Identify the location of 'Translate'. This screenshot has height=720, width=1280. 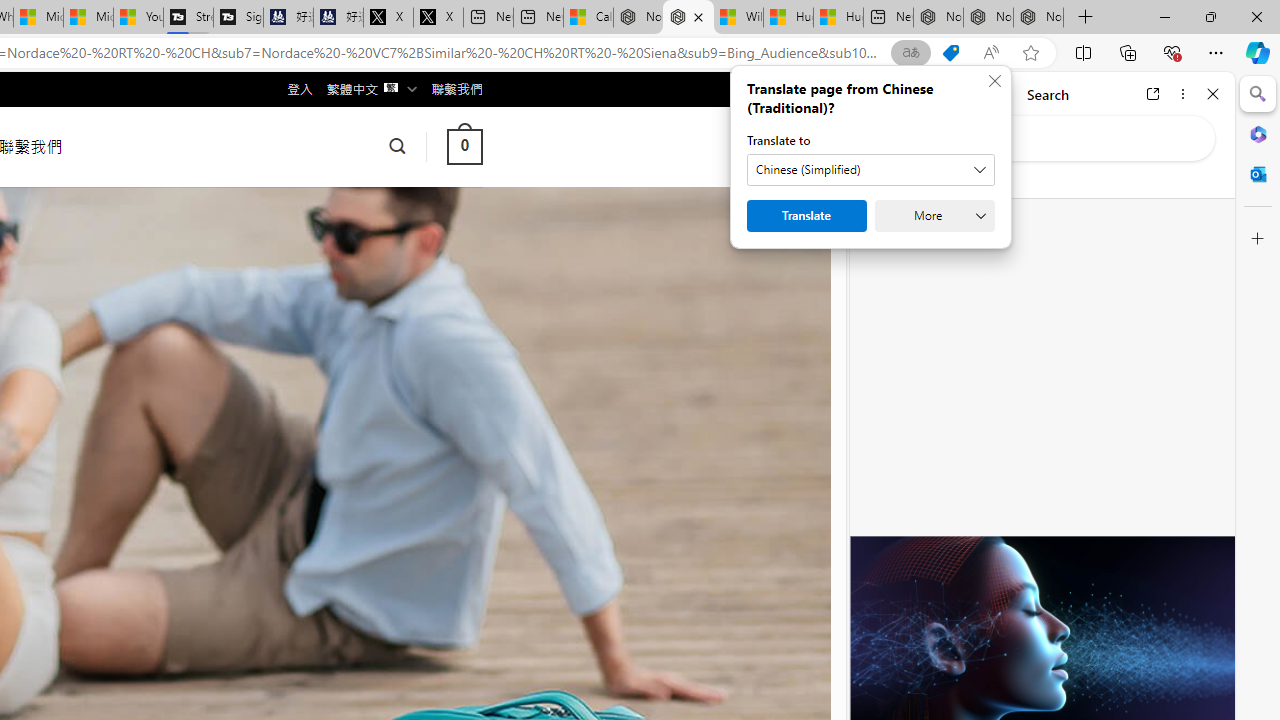
(807, 216).